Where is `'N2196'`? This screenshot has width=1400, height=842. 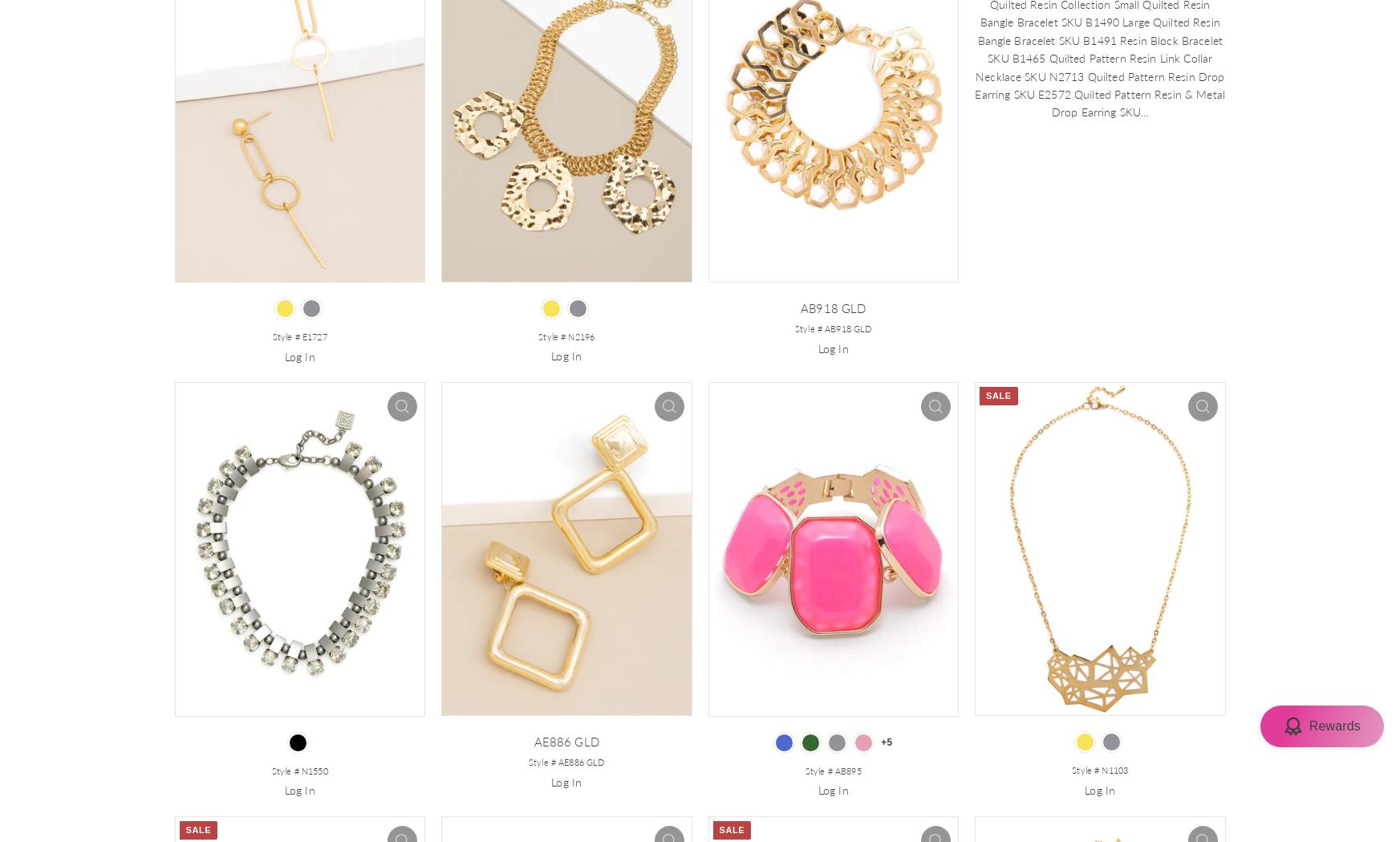 'N2196' is located at coordinates (581, 335).